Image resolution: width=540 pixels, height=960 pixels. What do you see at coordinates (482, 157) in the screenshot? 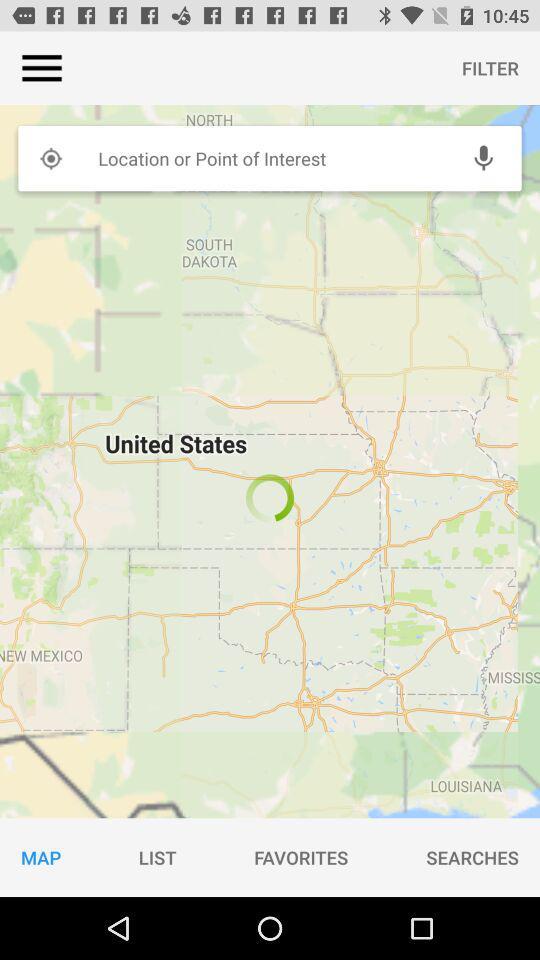
I see `the microphone icon` at bounding box center [482, 157].